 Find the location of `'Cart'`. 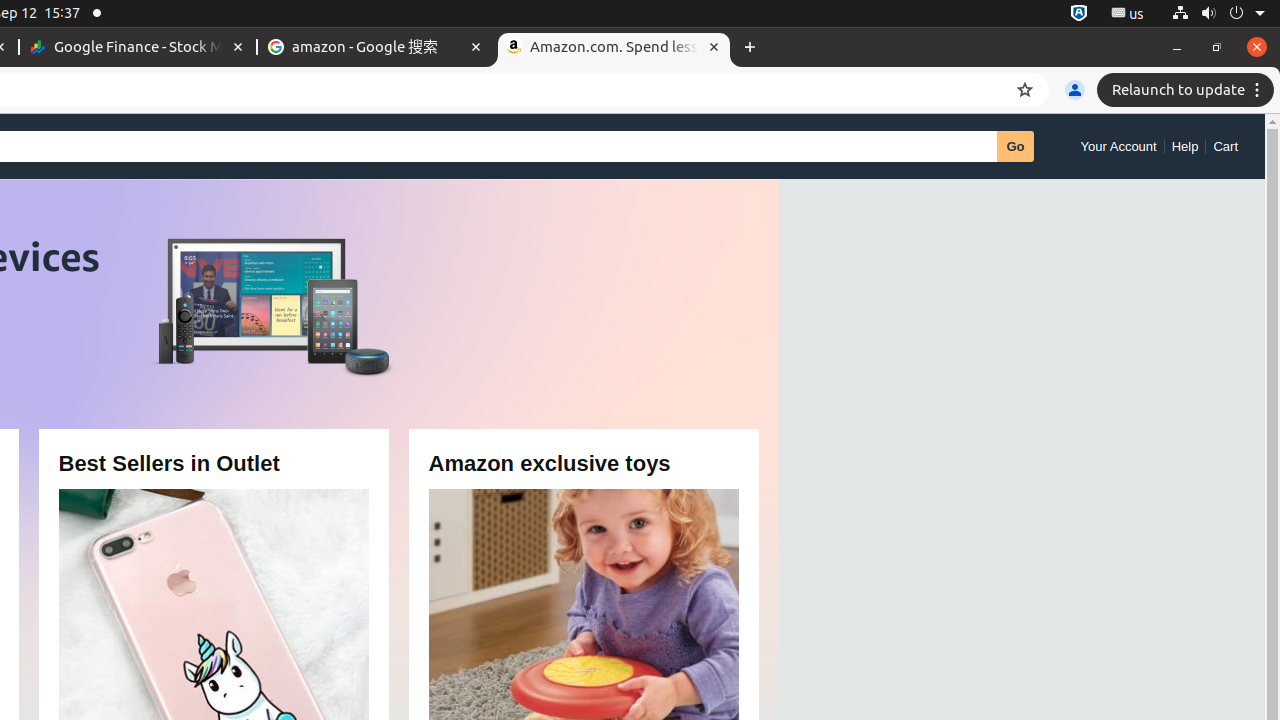

'Cart' is located at coordinates (1224, 145).